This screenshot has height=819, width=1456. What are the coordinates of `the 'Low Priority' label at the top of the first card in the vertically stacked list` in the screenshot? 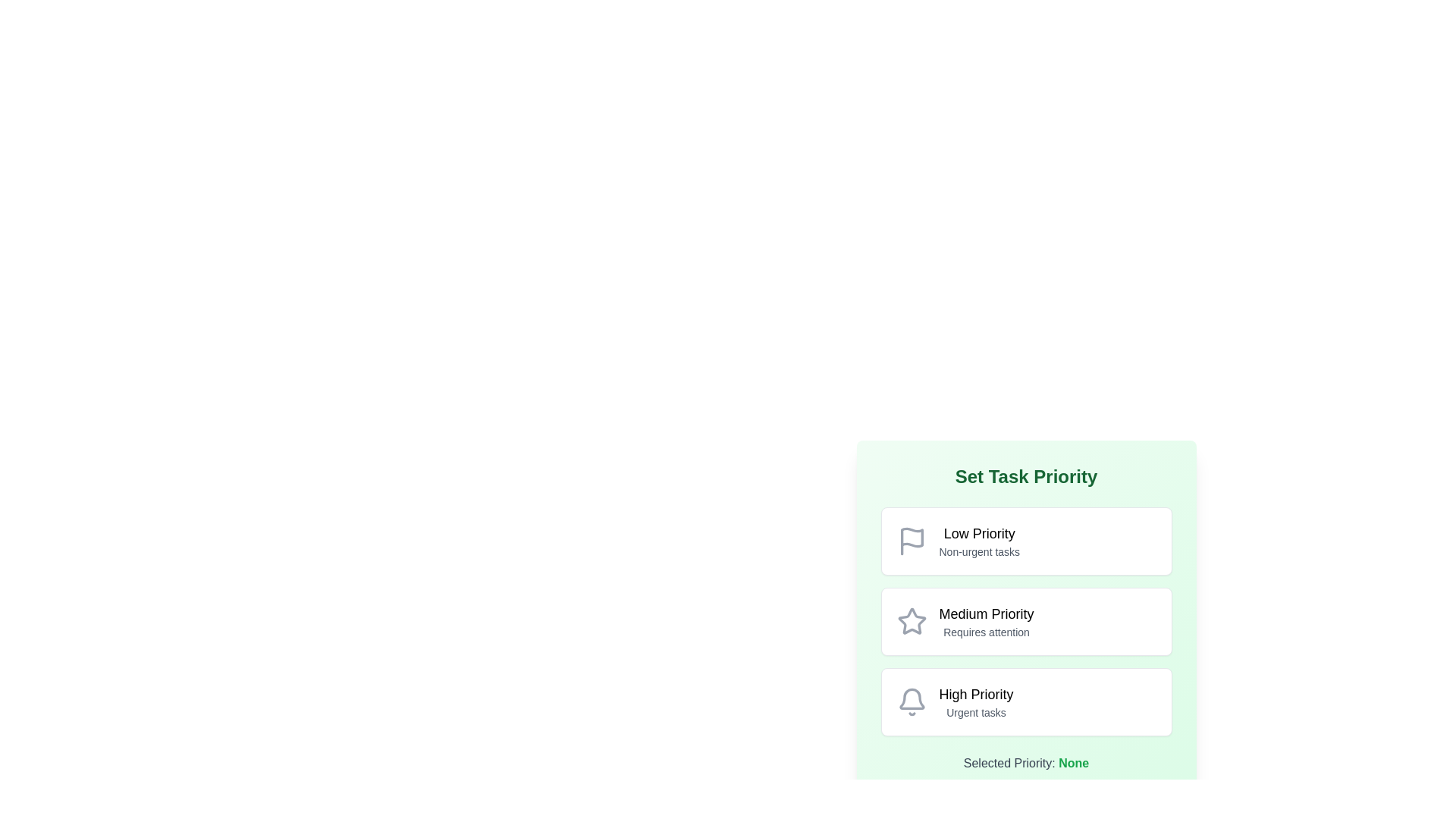 It's located at (979, 540).